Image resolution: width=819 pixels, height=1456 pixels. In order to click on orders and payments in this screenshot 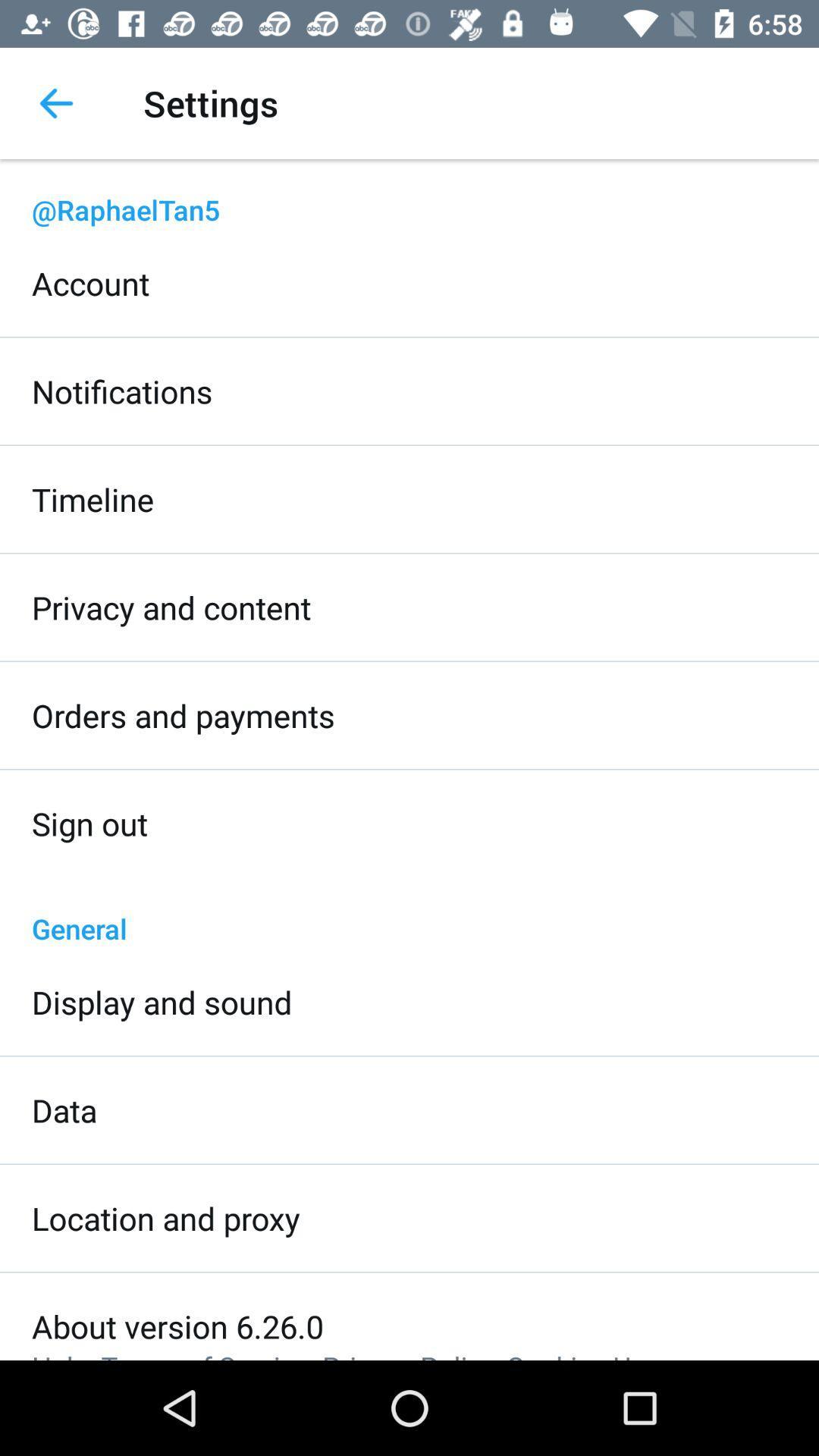, I will do `click(182, 714)`.